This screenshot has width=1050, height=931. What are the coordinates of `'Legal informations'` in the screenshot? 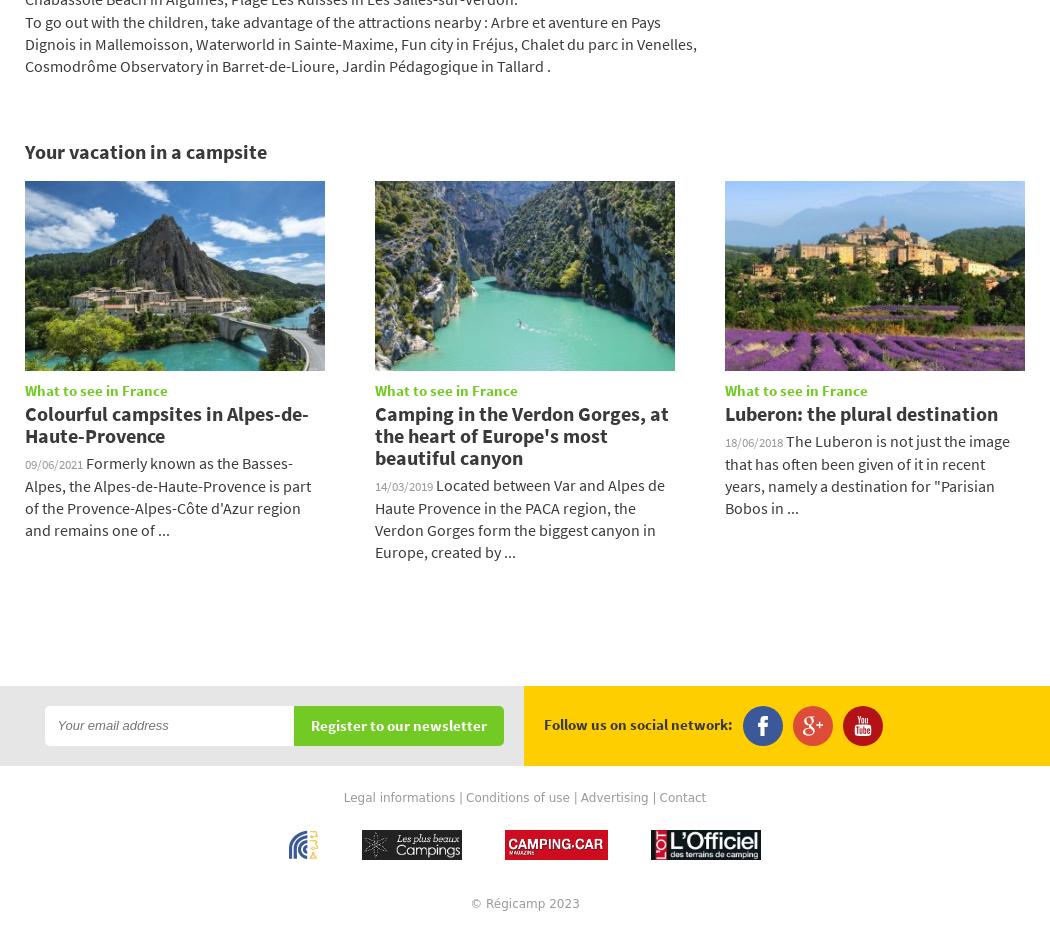 It's located at (399, 797).